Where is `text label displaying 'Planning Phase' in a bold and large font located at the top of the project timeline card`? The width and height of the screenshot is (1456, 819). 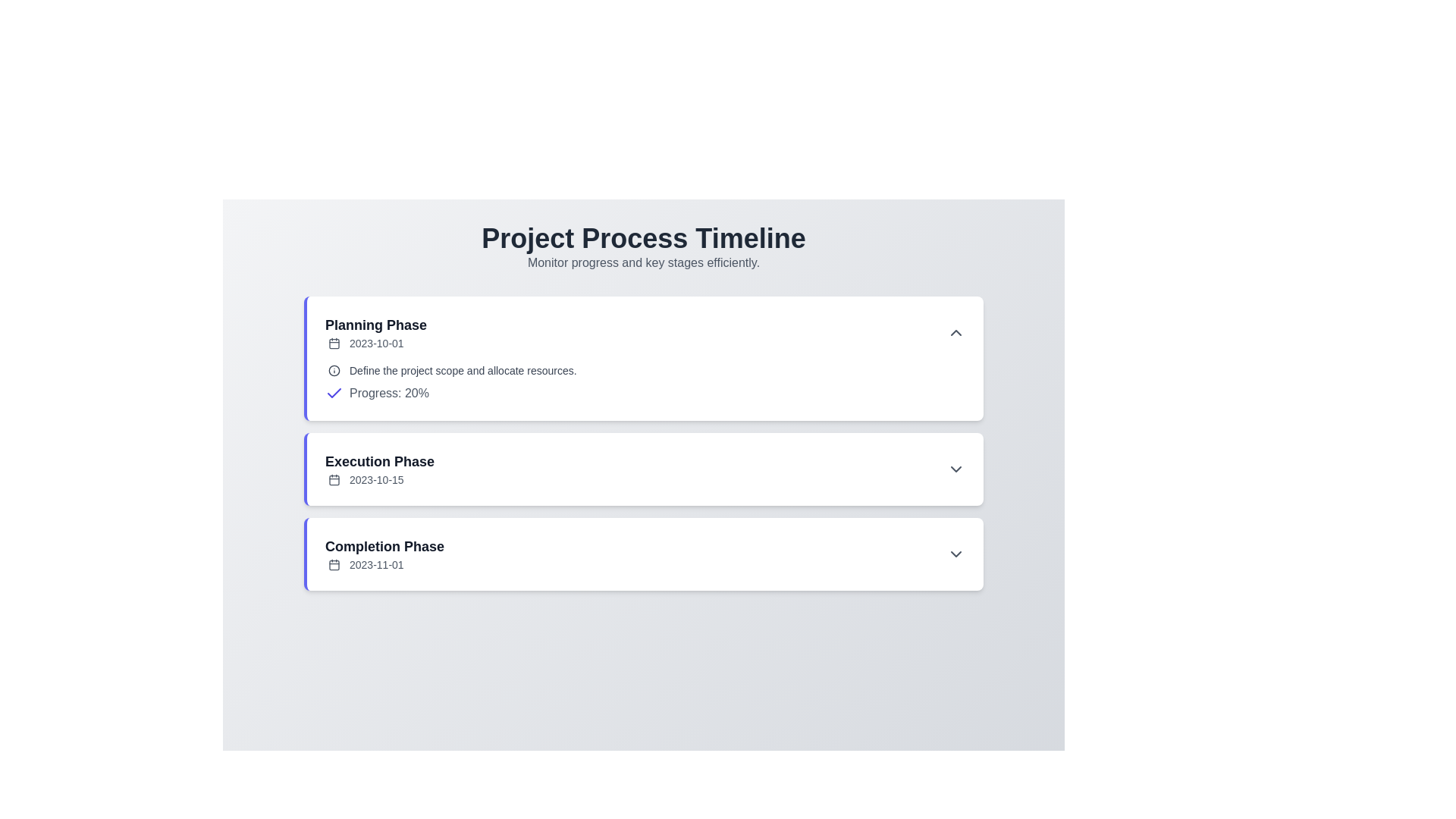 text label displaying 'Planning Phase' in a bold and large font located at the top of the project timeline card is located at coordinates (375, 324).